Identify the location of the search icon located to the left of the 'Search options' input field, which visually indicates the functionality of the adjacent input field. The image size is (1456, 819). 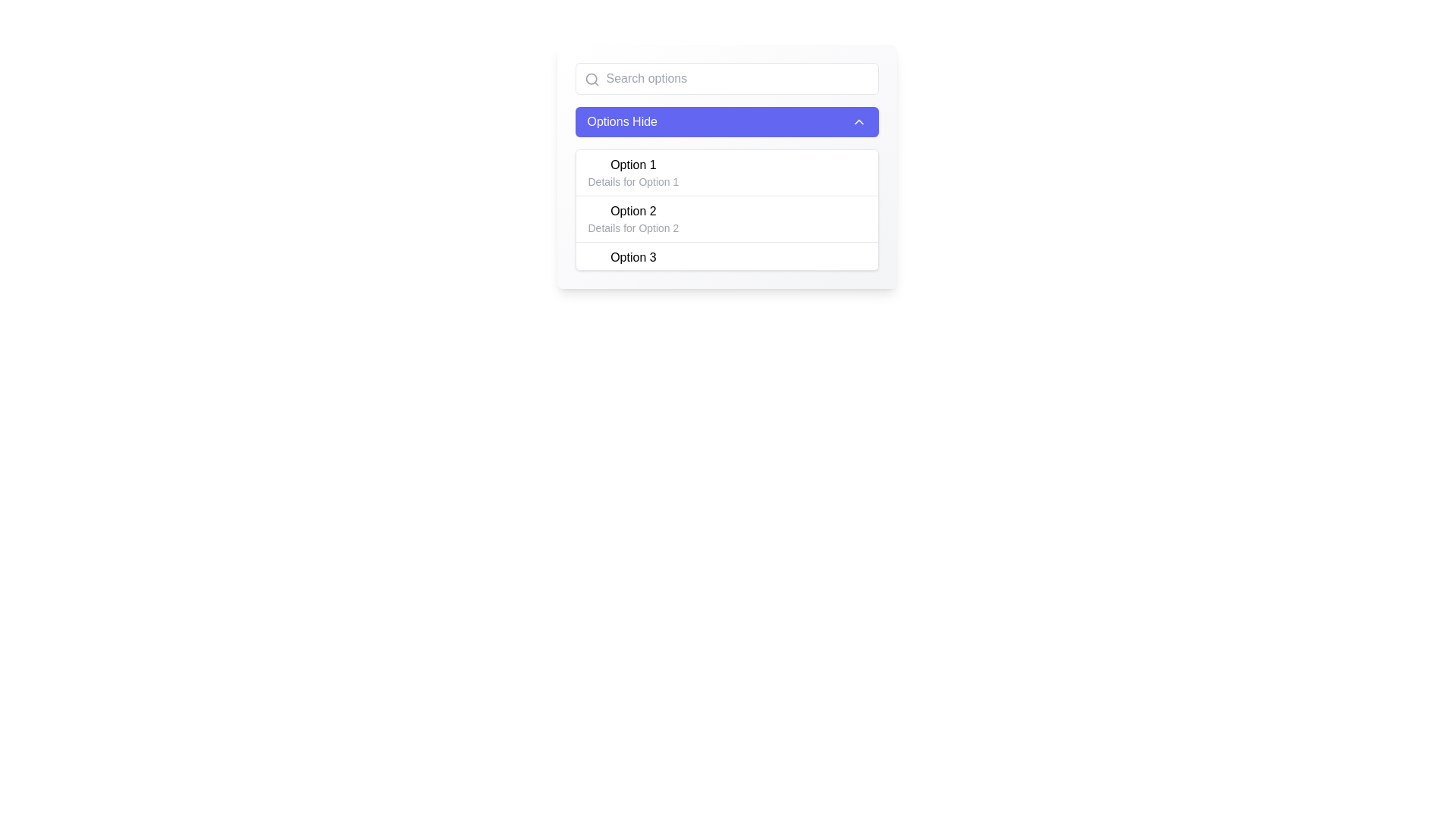
(591, 79).